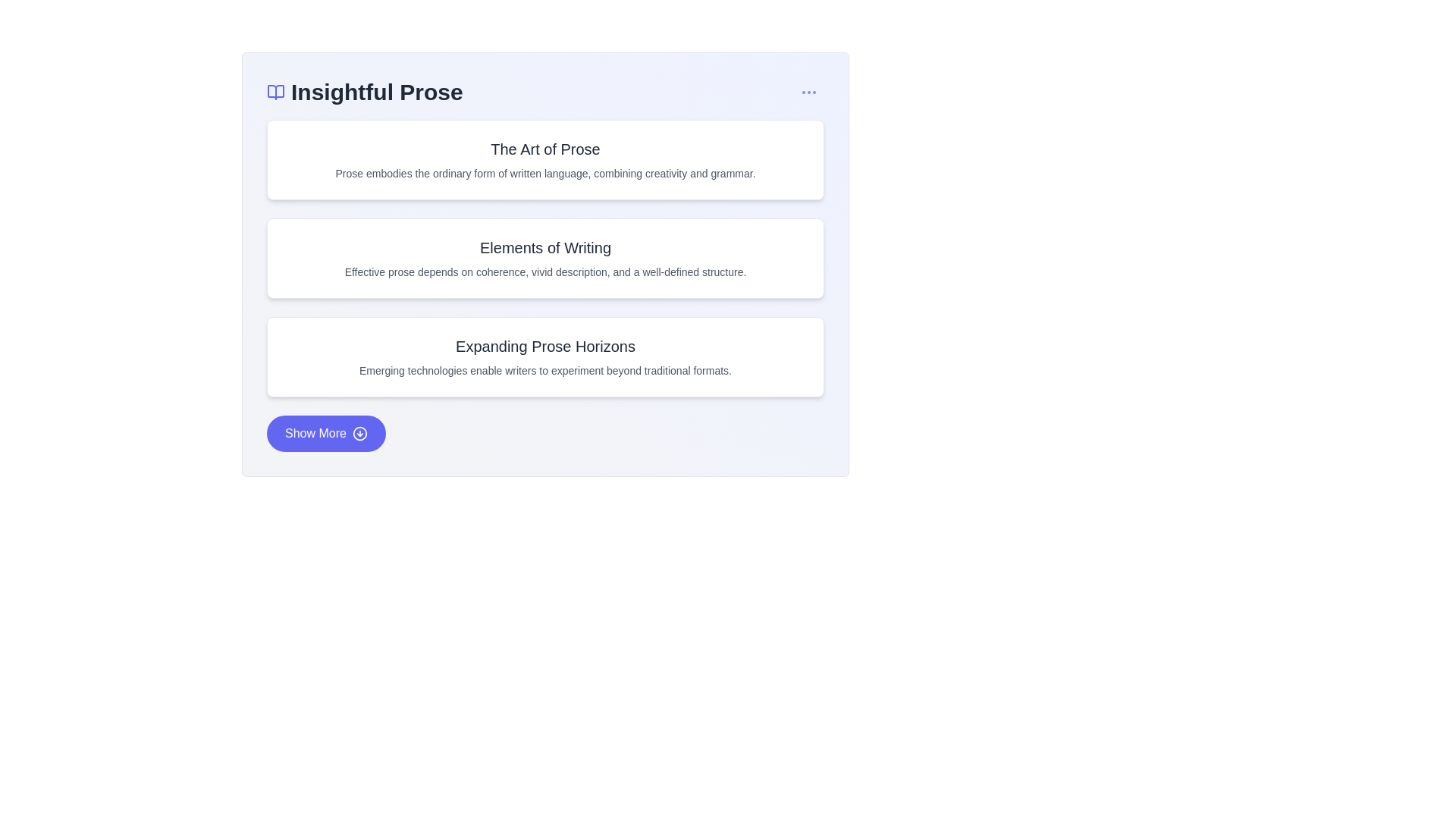 The width and height of the screenshot is (1456, 819). Describe the element at coordinates (808, 93) in the screenshot. I see `the button located at the top-right corner of the 'Insightful Prose' section` at that location.